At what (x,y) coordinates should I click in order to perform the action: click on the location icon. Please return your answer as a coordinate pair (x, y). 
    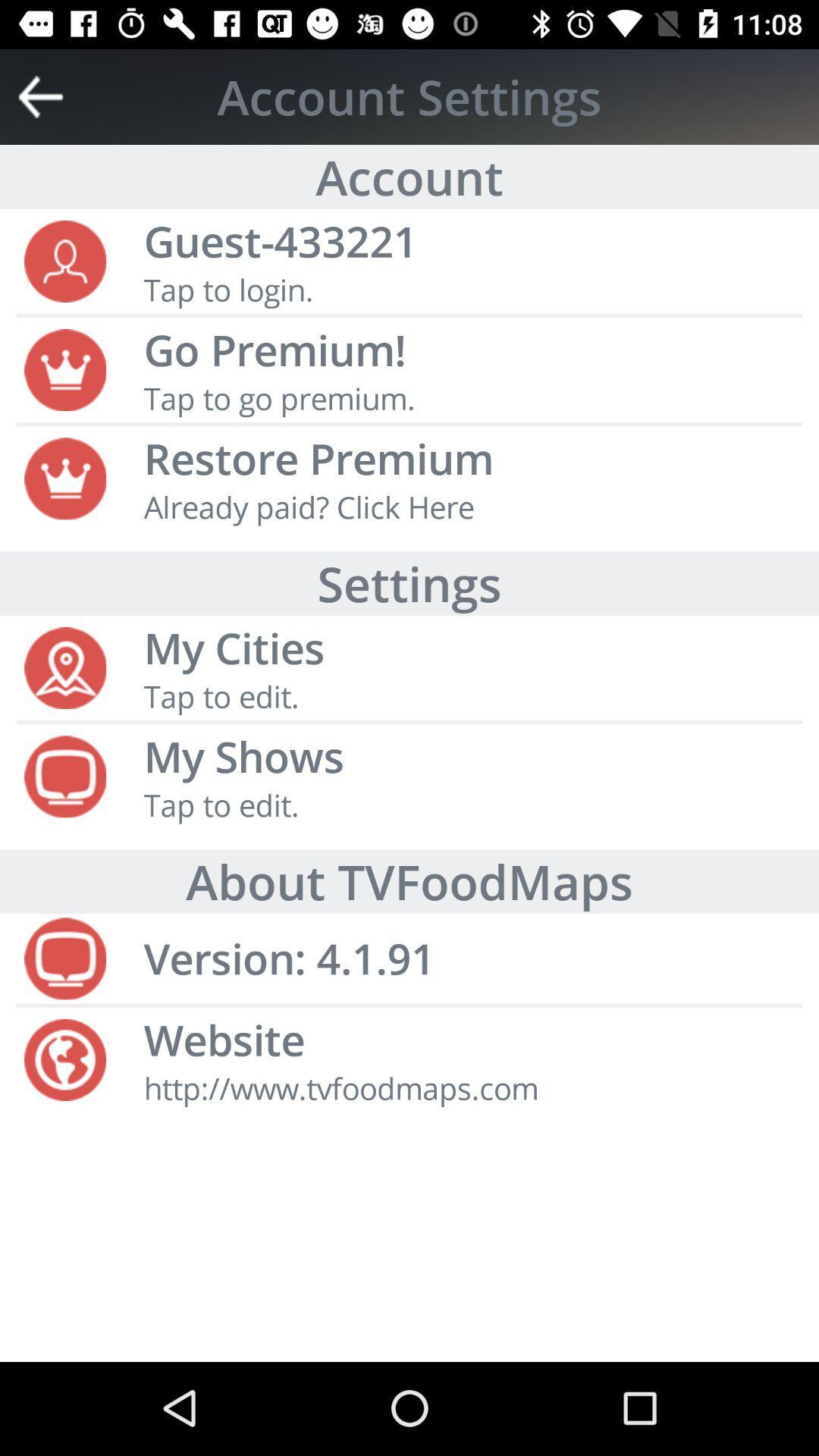
    Looking at the image, I should click on (64, 666).